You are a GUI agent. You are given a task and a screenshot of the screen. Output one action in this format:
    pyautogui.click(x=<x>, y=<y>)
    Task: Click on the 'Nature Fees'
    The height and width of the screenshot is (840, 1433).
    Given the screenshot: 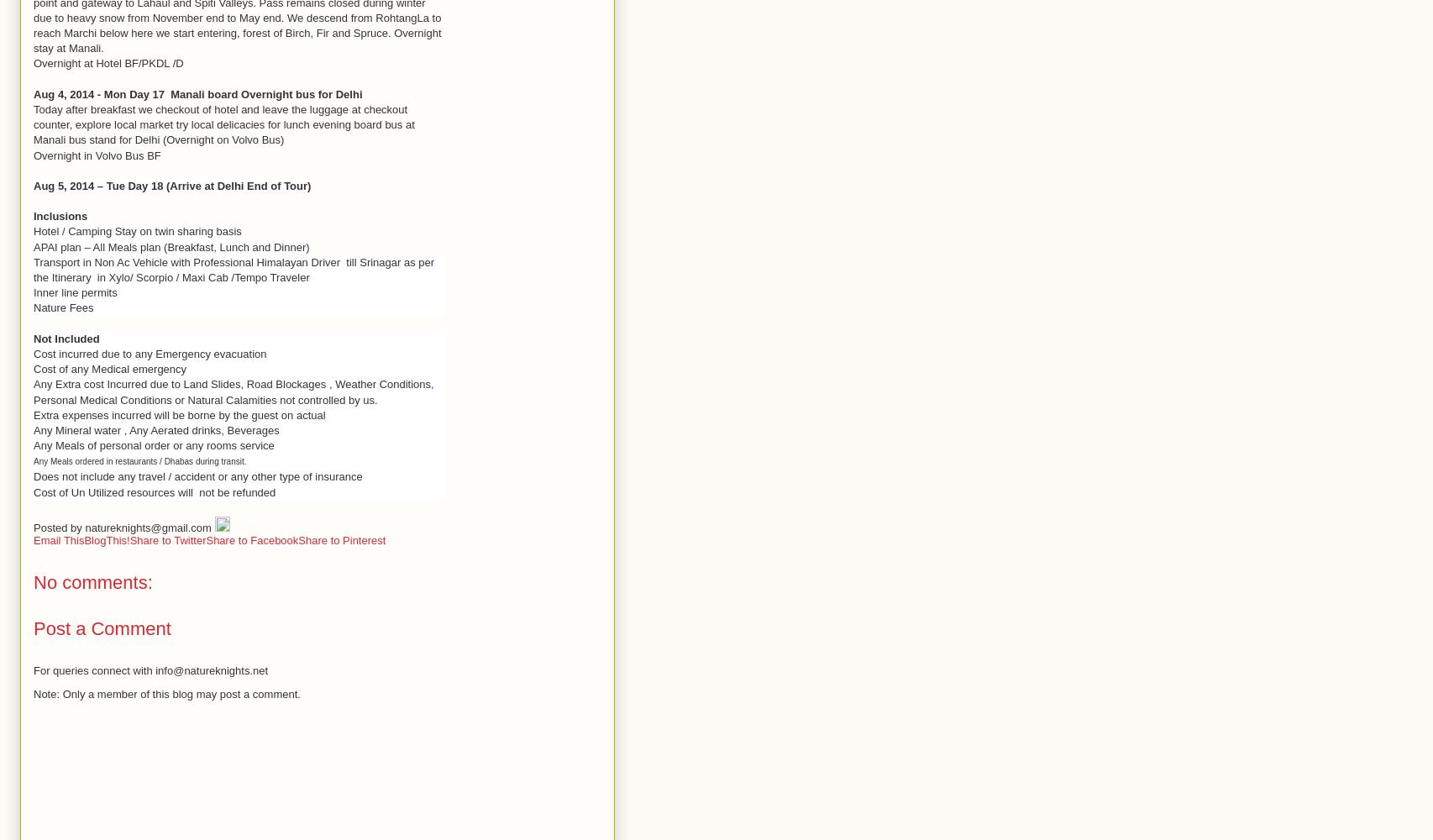 What is the action you would take?
    pyautogui.click(x=63, y=307)
    